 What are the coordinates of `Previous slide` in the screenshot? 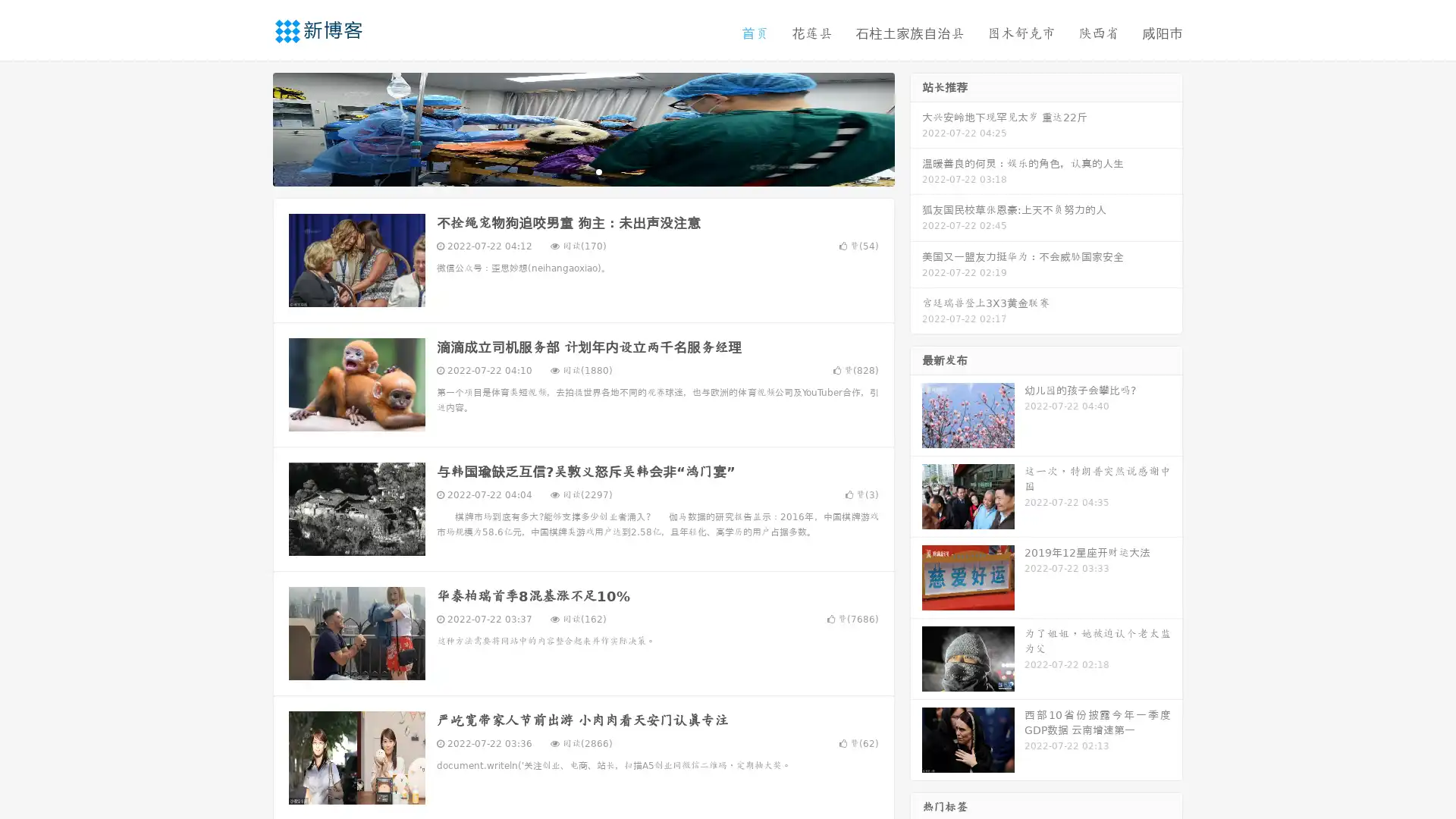 It's located at (250, 127).